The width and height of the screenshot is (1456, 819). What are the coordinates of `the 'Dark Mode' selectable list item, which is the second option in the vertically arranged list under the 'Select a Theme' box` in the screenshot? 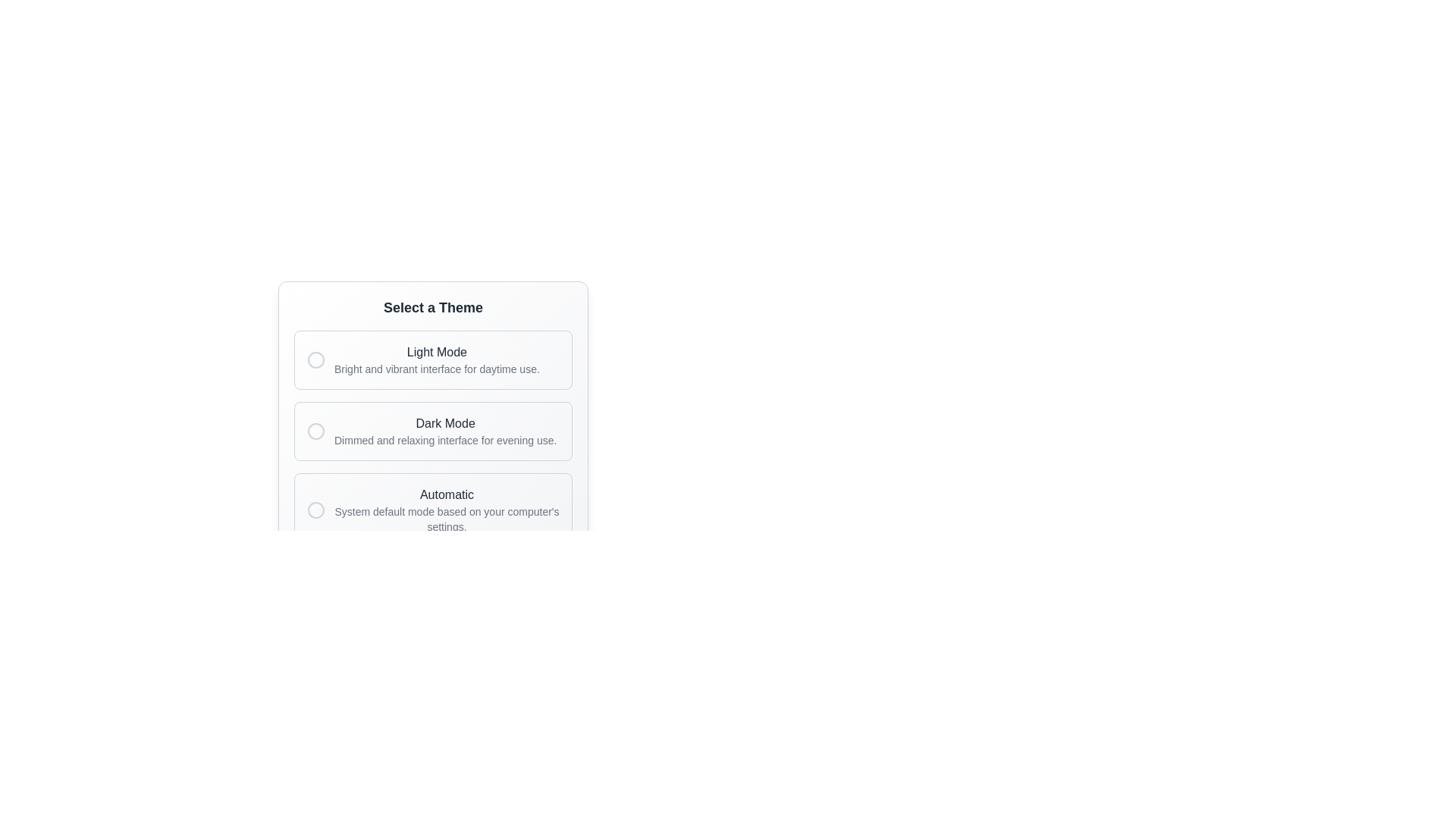 It's located at (432, 431).